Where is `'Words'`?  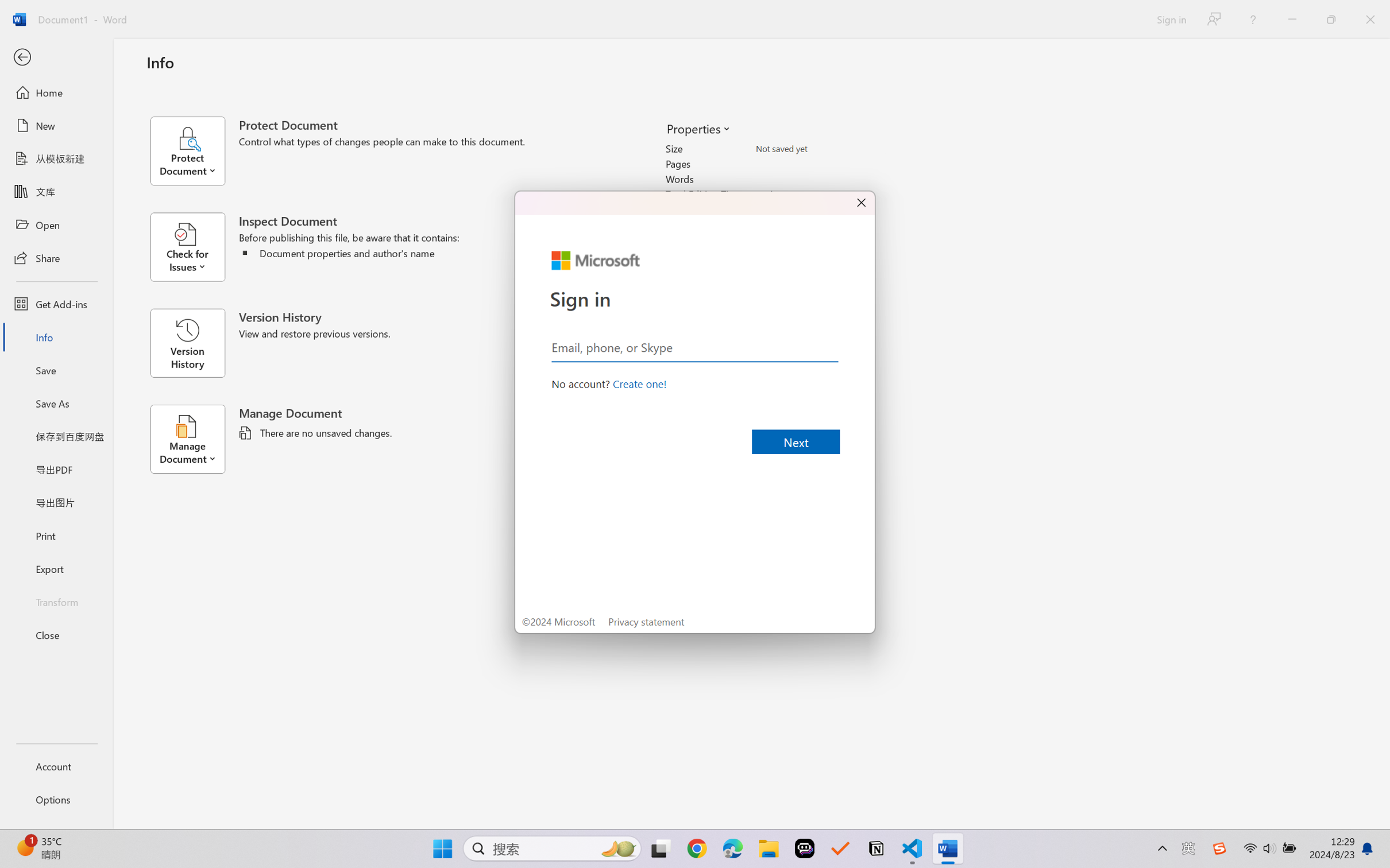 'Words' is located at coordinates (819, 179).